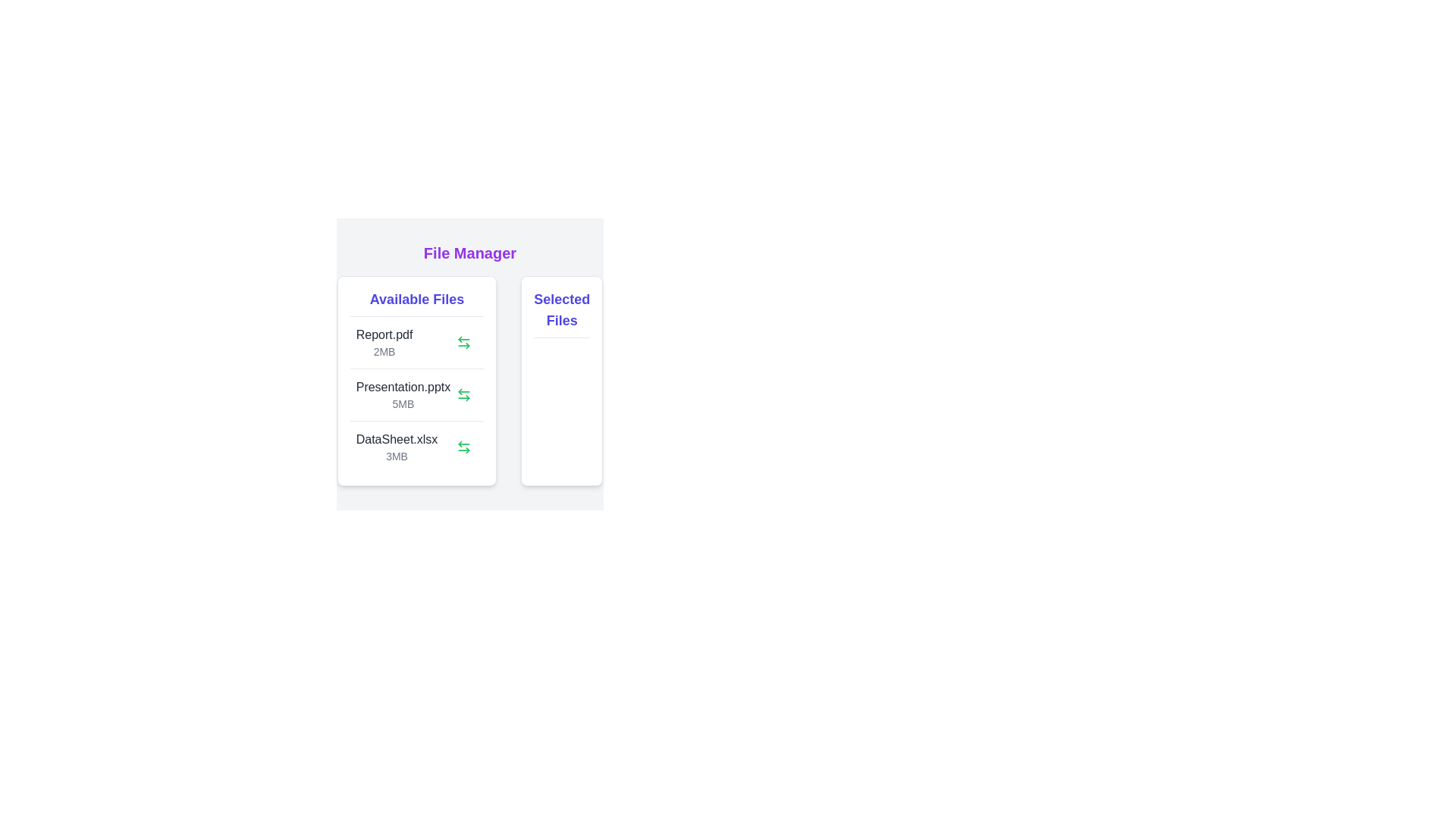  Describe the element at coordinates (397, 447) in the screenshot. I see `the 'DataSheet.xlsx' file entry` at that location.